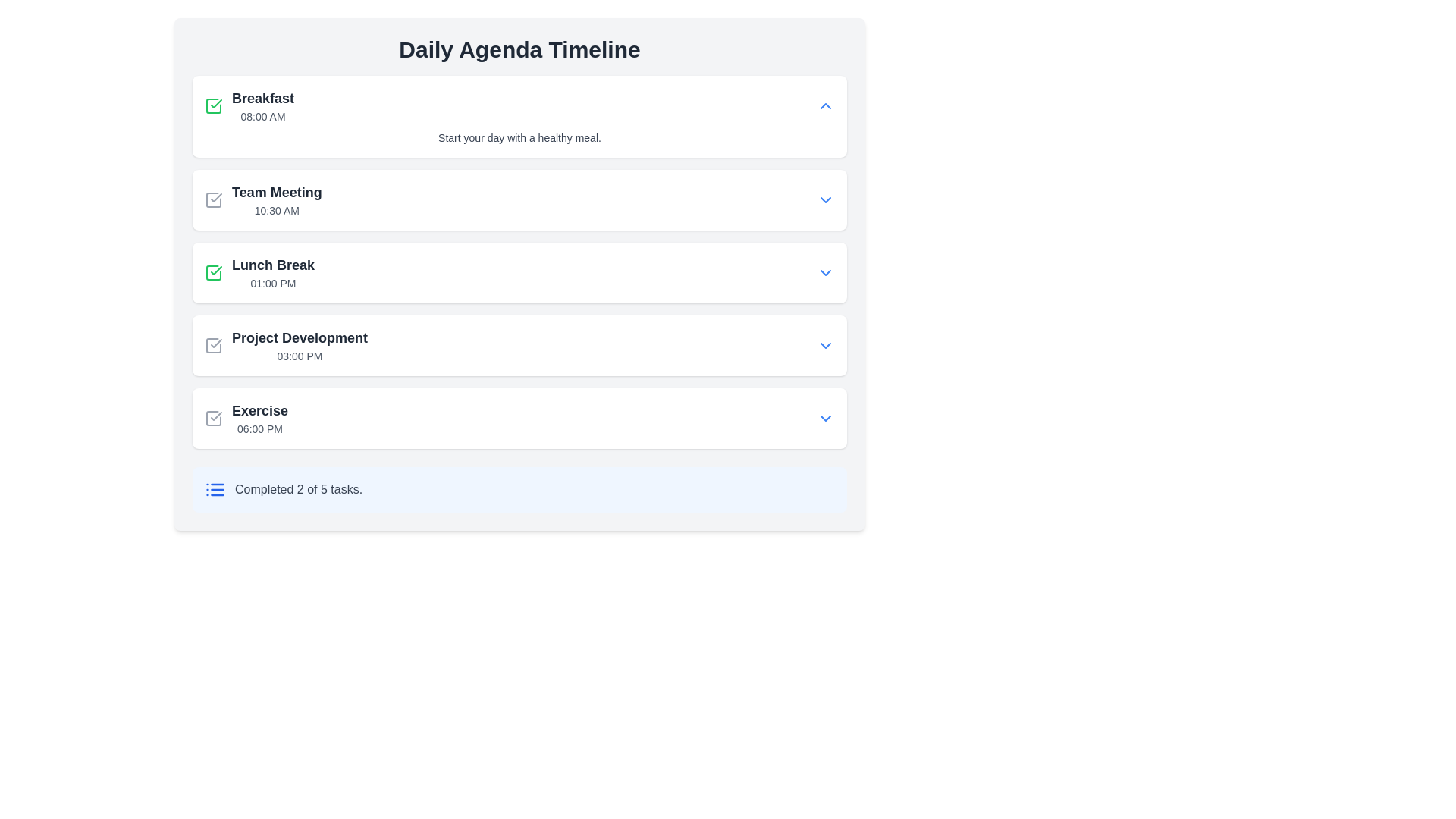  What do you see at coordinates (300, 337) in the screenshot?
I see `text label that identifies the 'Project Development' activity, which is the fourth entry in the 'Daily Agenda Timeline' layout, located above the '03:00 PM' text` at bounding box center [300, 337].